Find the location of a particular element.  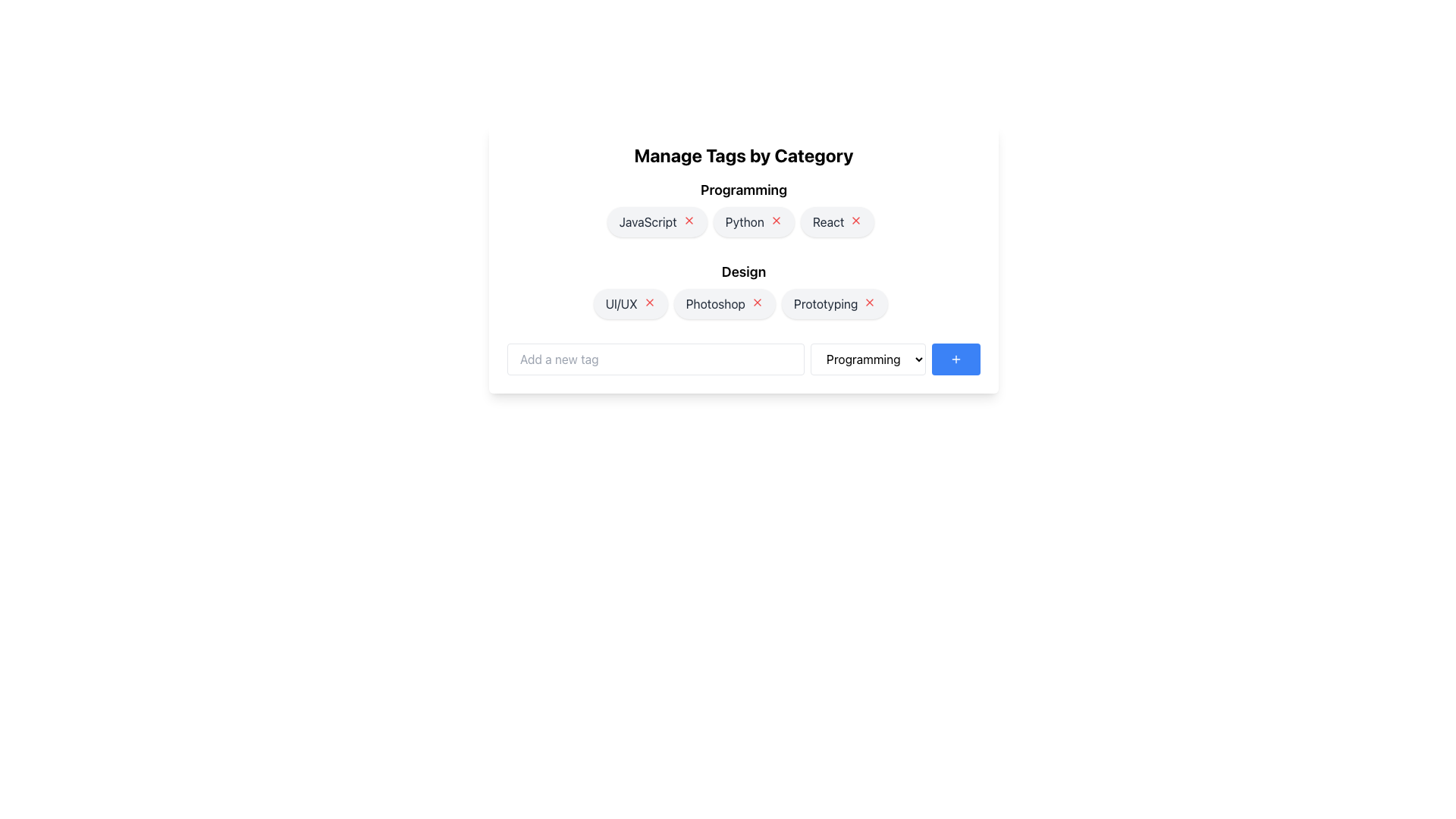

the small red-colored icon with an 'X' symbol located to the right of the 'Prototyping' tag under the 'Design' section to trigger the styling change is located at coordinates (870, 302).